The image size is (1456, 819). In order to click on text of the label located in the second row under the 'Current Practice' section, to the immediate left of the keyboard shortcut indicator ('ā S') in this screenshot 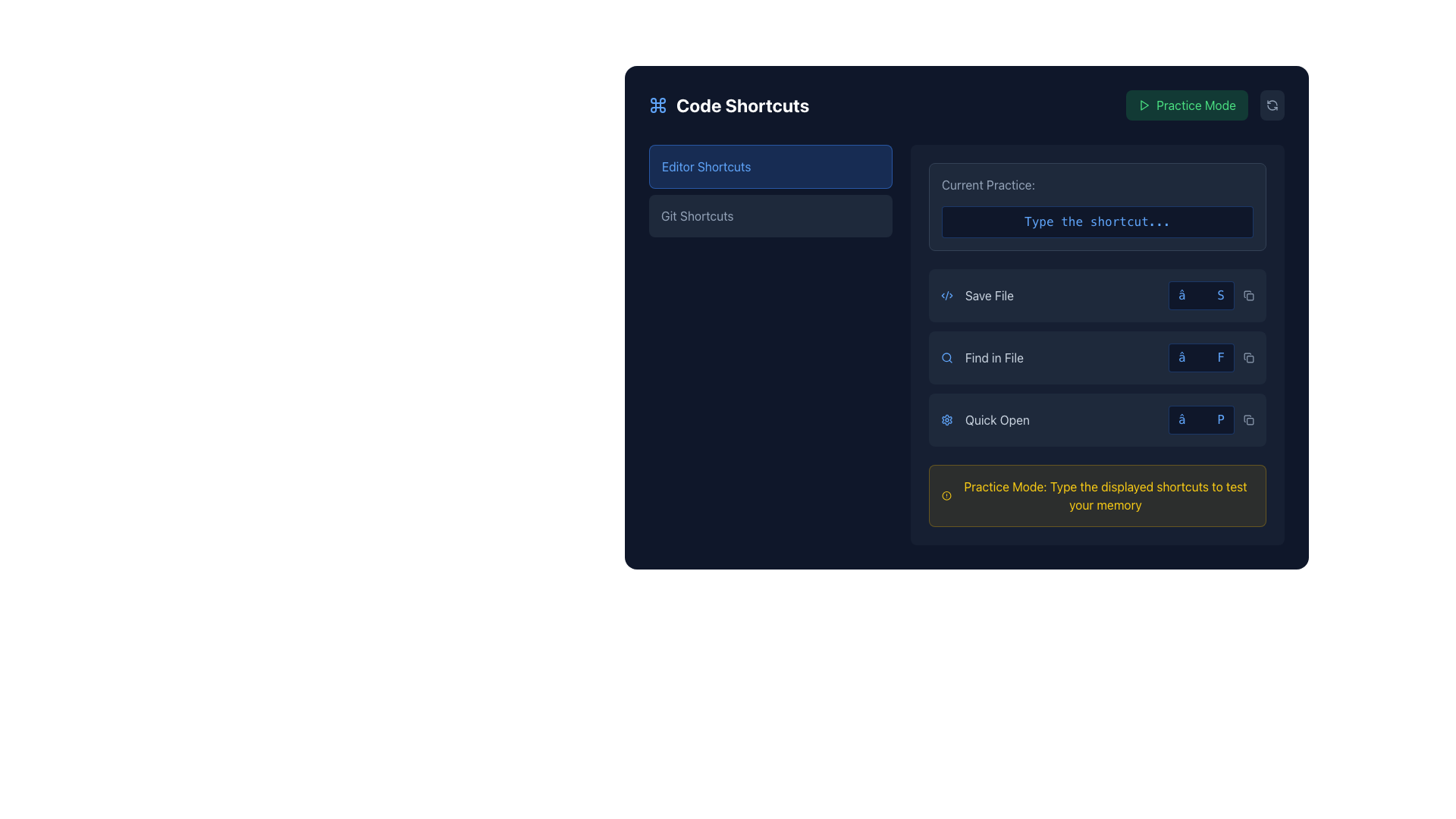, I will do `click(989, 295)`.